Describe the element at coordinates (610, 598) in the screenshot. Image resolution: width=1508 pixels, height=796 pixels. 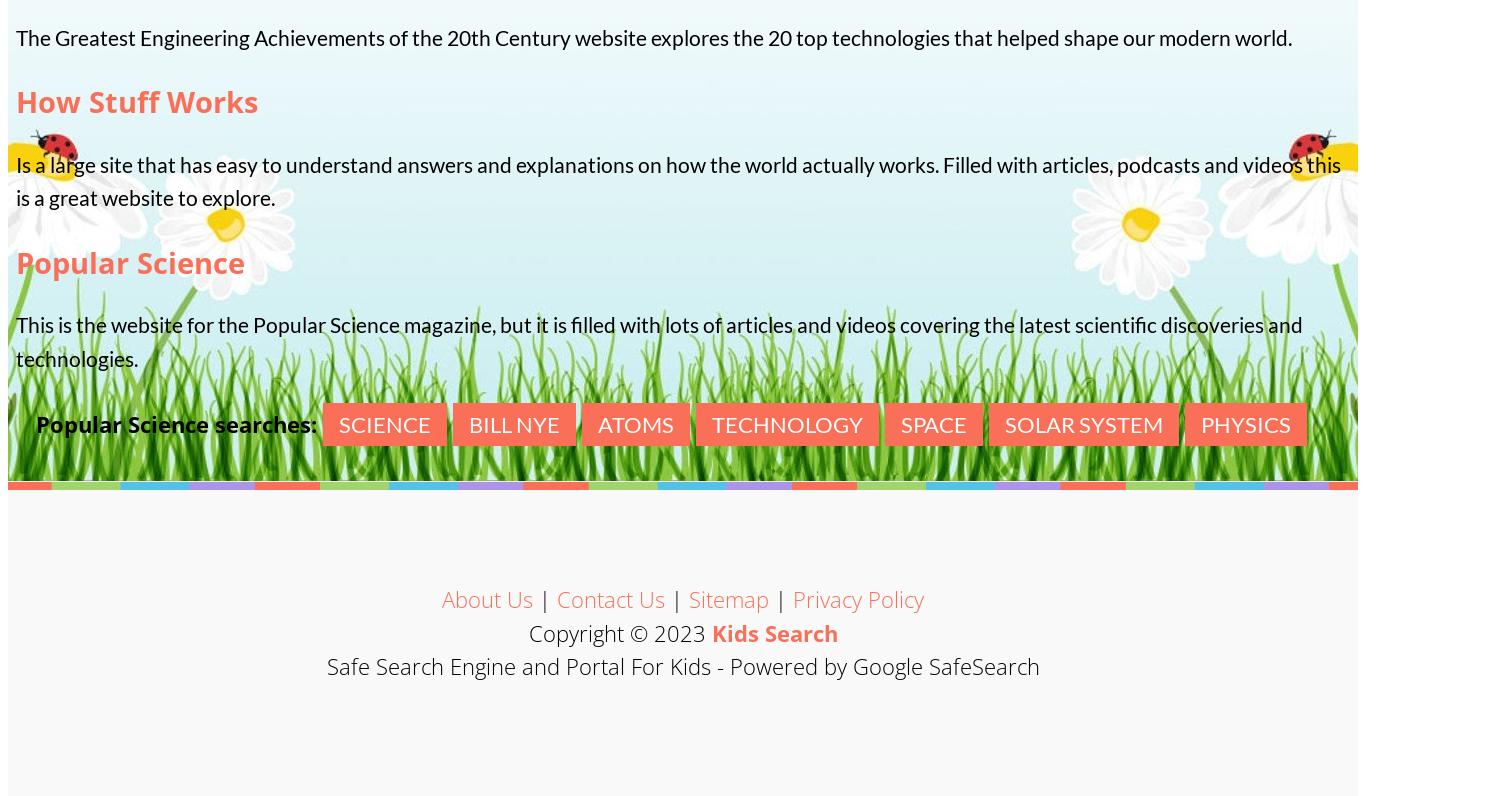
I see `'Contact Us'` at that location.